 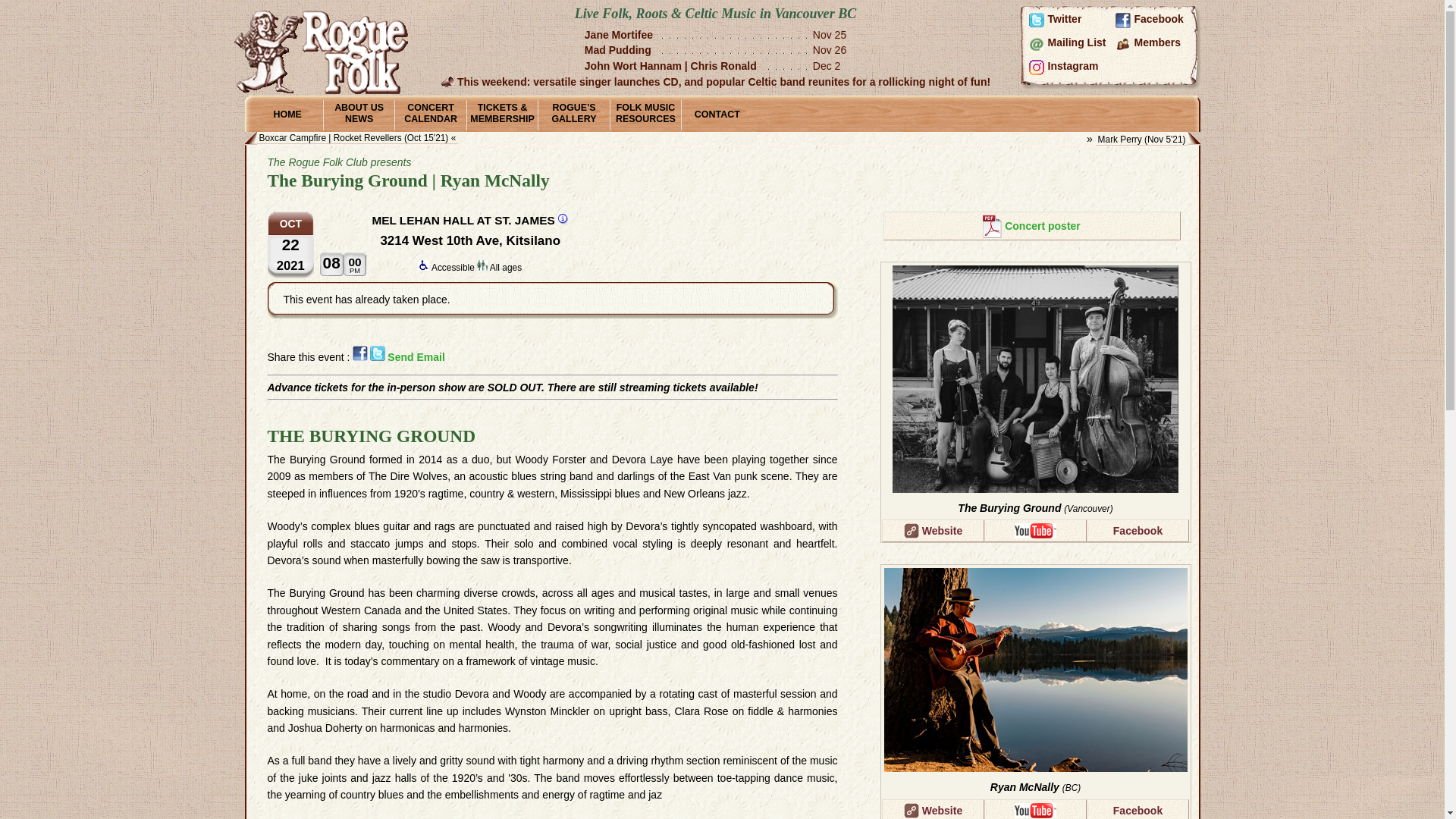 What do you see at coordinates (358, 114) in the screenshot?
I see `'ABOUT US NEWS'` at bounding box center [358, 114].